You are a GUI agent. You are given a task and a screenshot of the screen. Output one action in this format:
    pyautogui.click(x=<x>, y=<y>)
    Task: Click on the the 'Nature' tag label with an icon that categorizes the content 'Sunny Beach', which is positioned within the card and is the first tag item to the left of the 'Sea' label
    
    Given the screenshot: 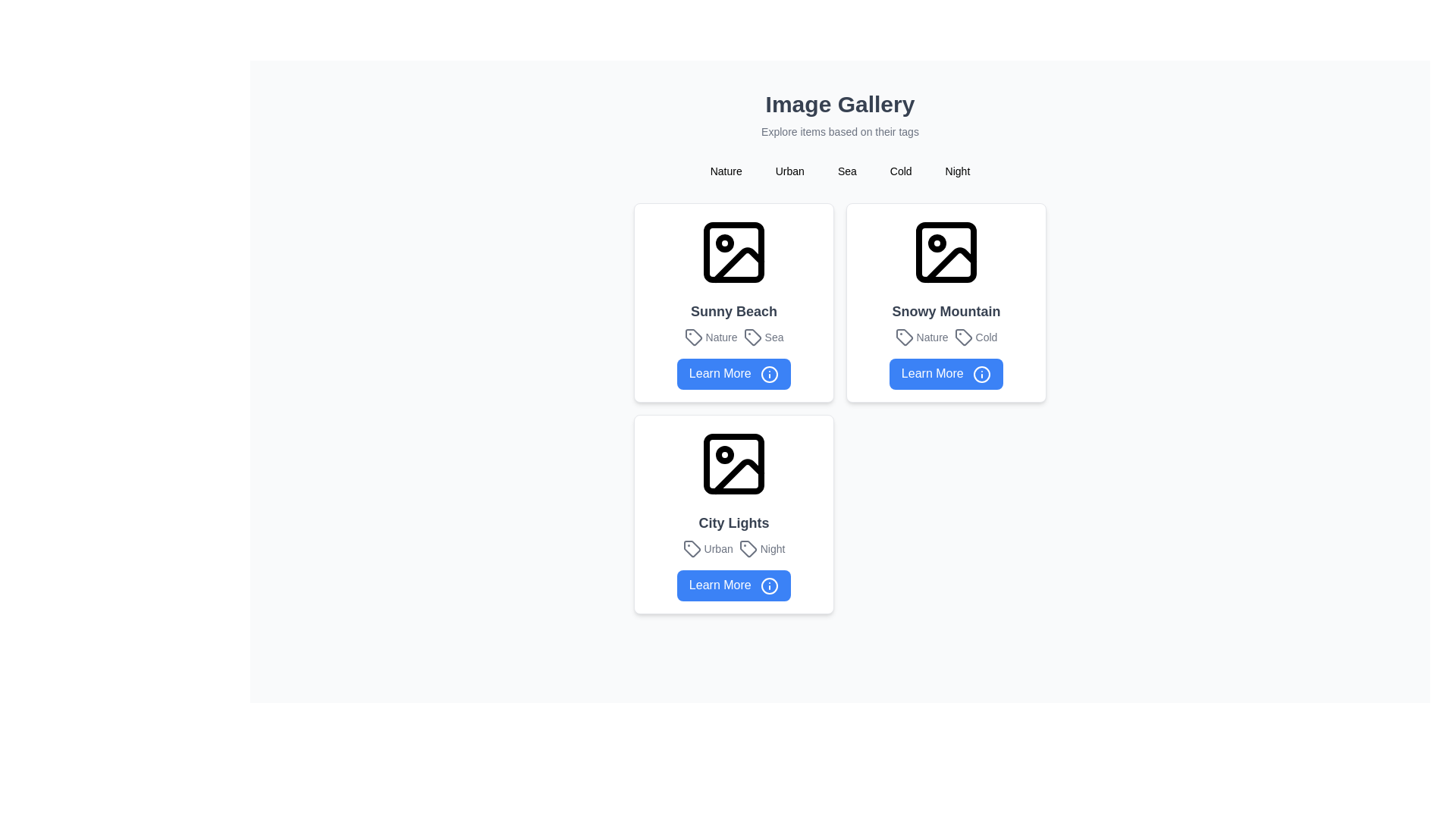 What is the action you would take?
    pyautogui.click(x=710, y=336)
    